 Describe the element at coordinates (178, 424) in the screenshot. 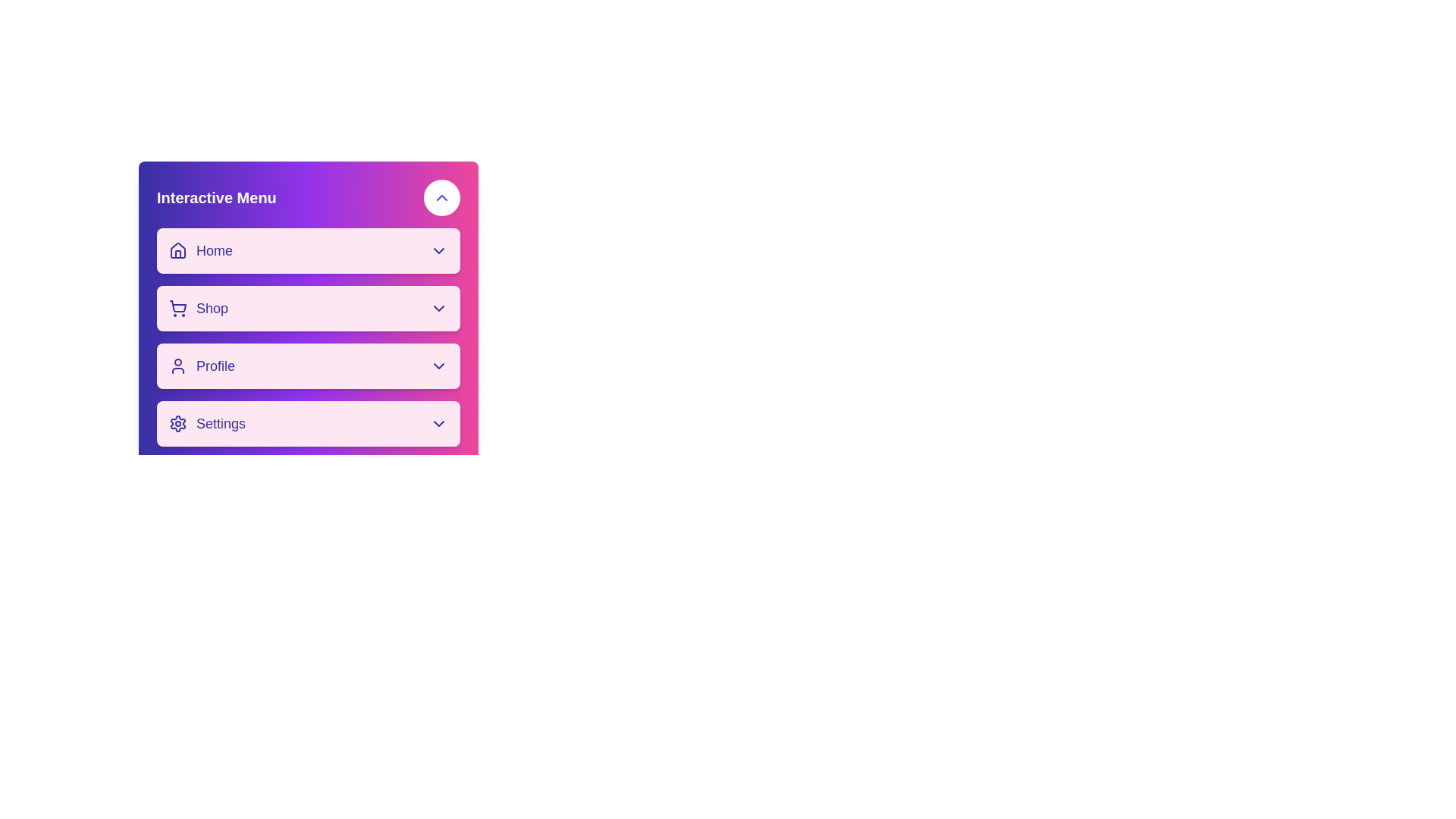

I see `the gear-shaped icon representing settings functionality located at the bottom of the menu` at that location.